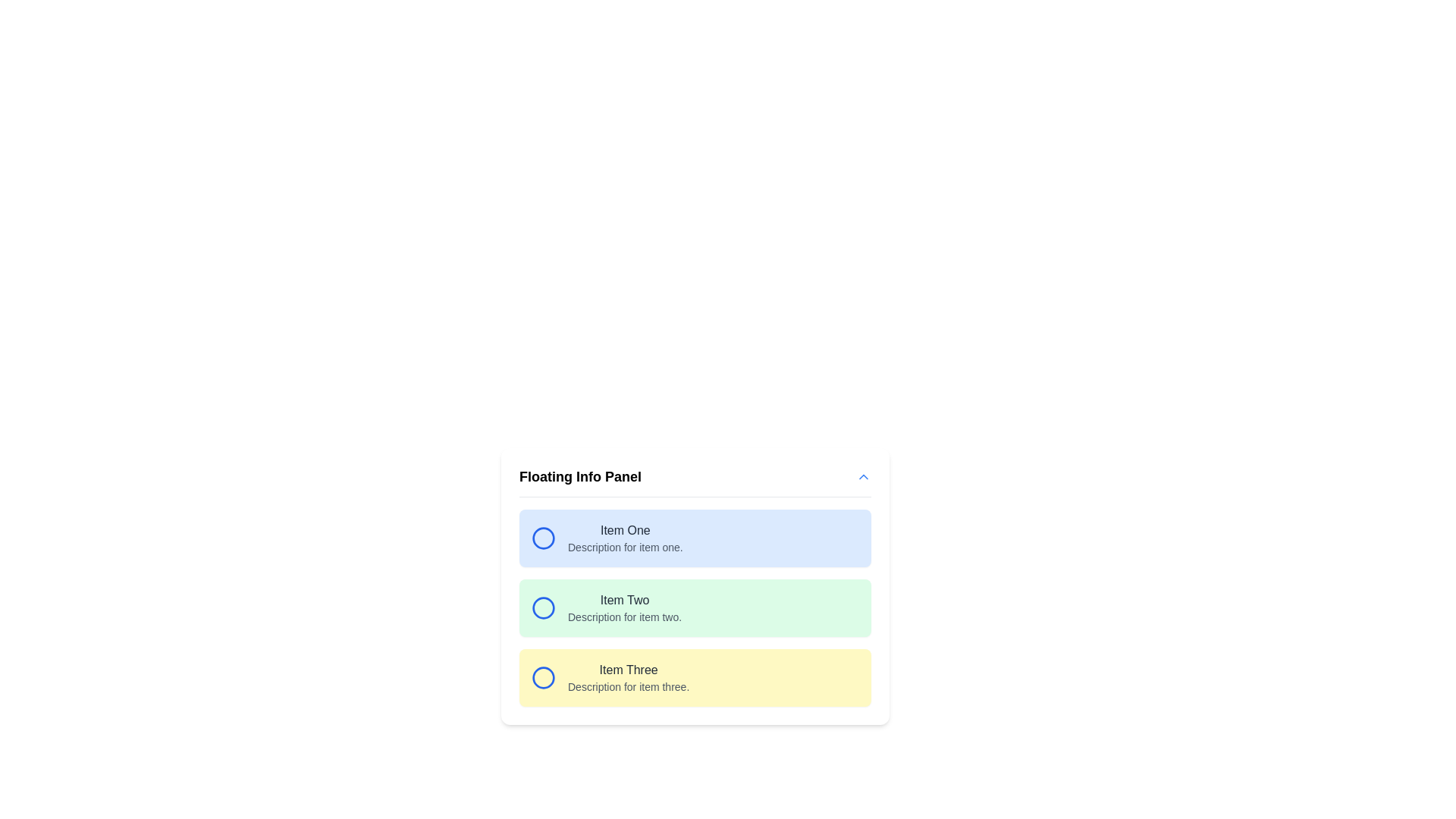  I want to click on the Chevron-Up icon button located at the top-right corner of the 'Floating Info Panel', so click(863, 475).